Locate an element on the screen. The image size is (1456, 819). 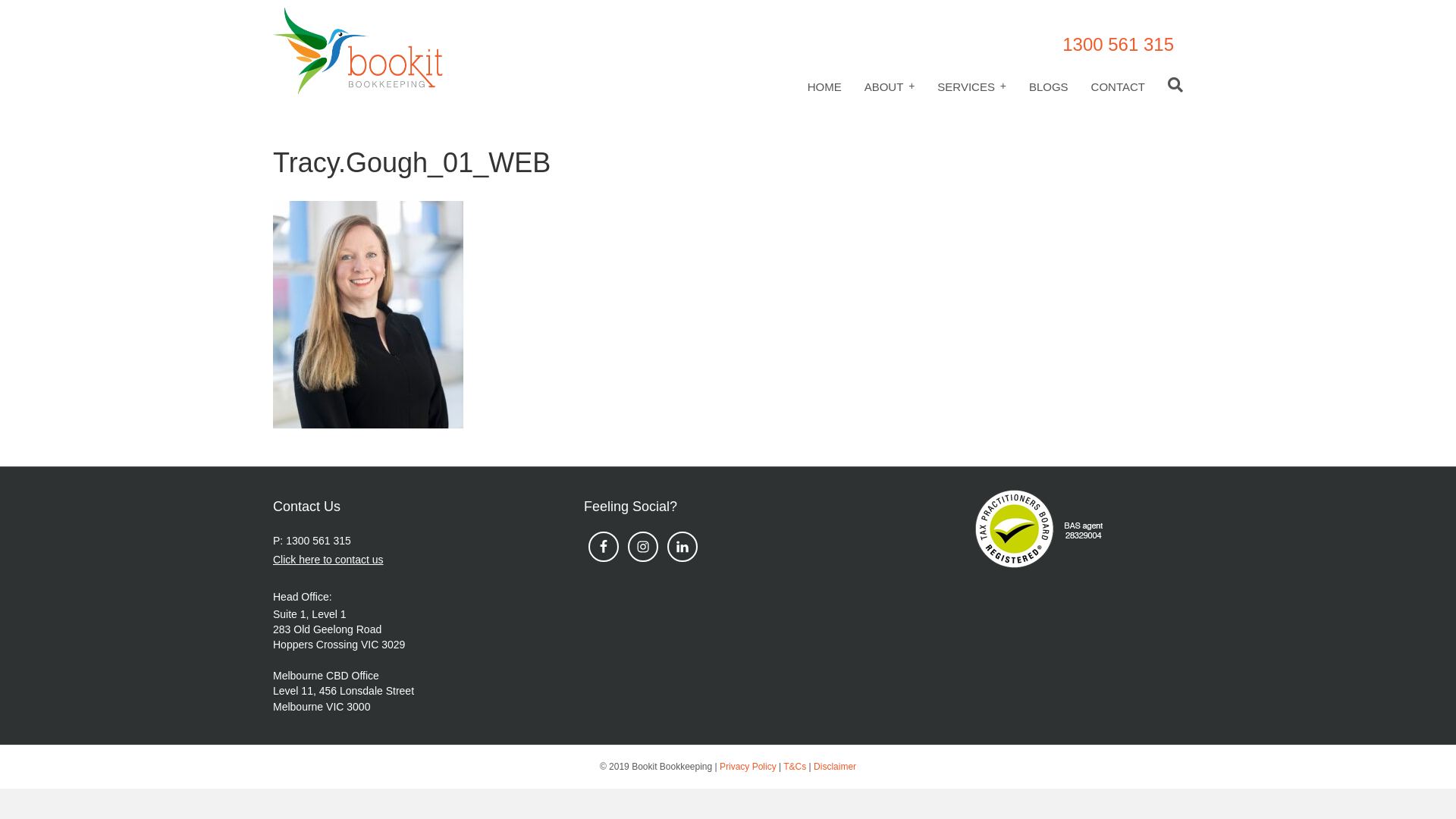
'Disclaimer' is located at coordinates (833, 766).